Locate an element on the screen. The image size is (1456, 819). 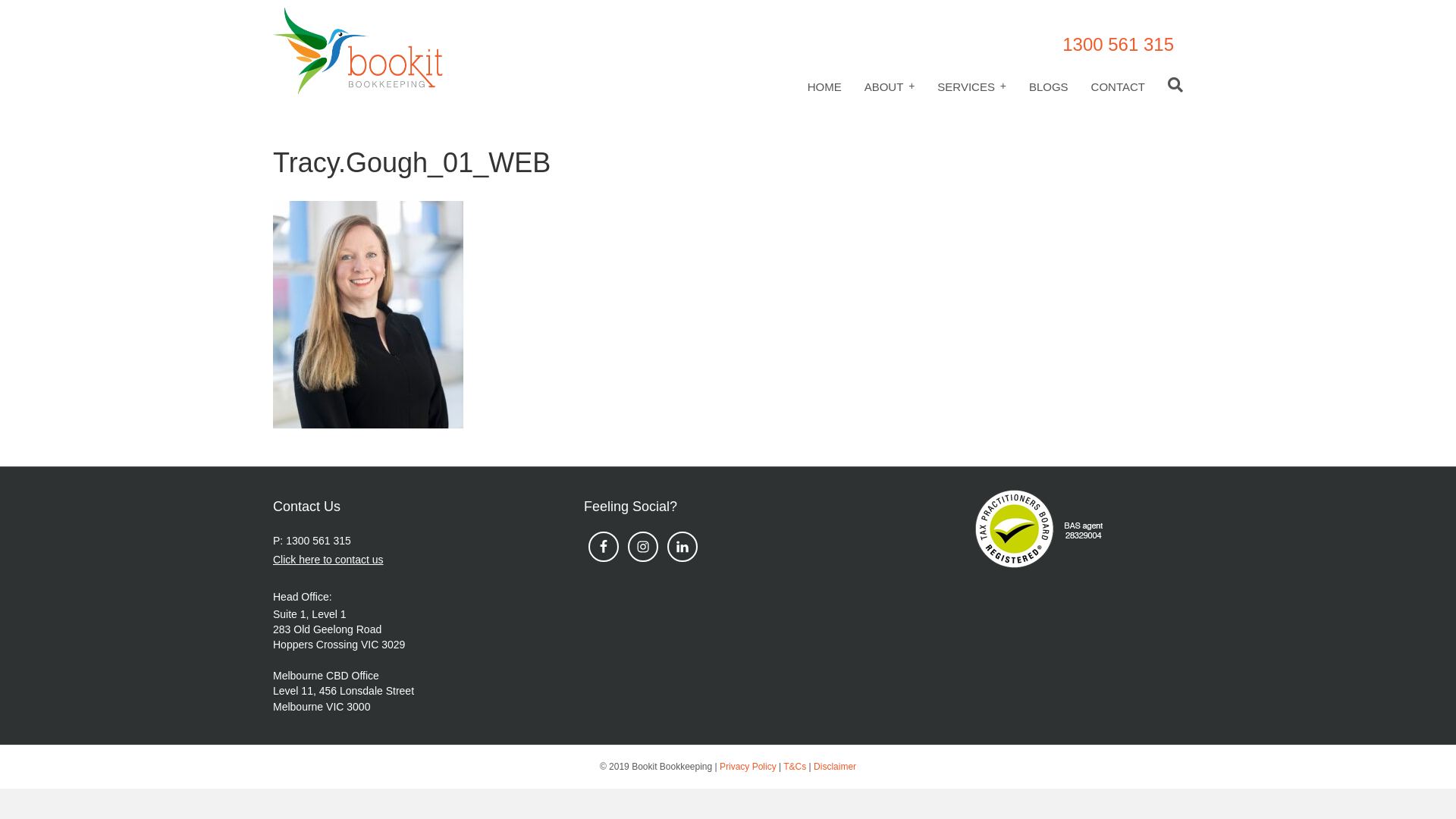
'Disclaimer' is located at coordinates (833, 766).